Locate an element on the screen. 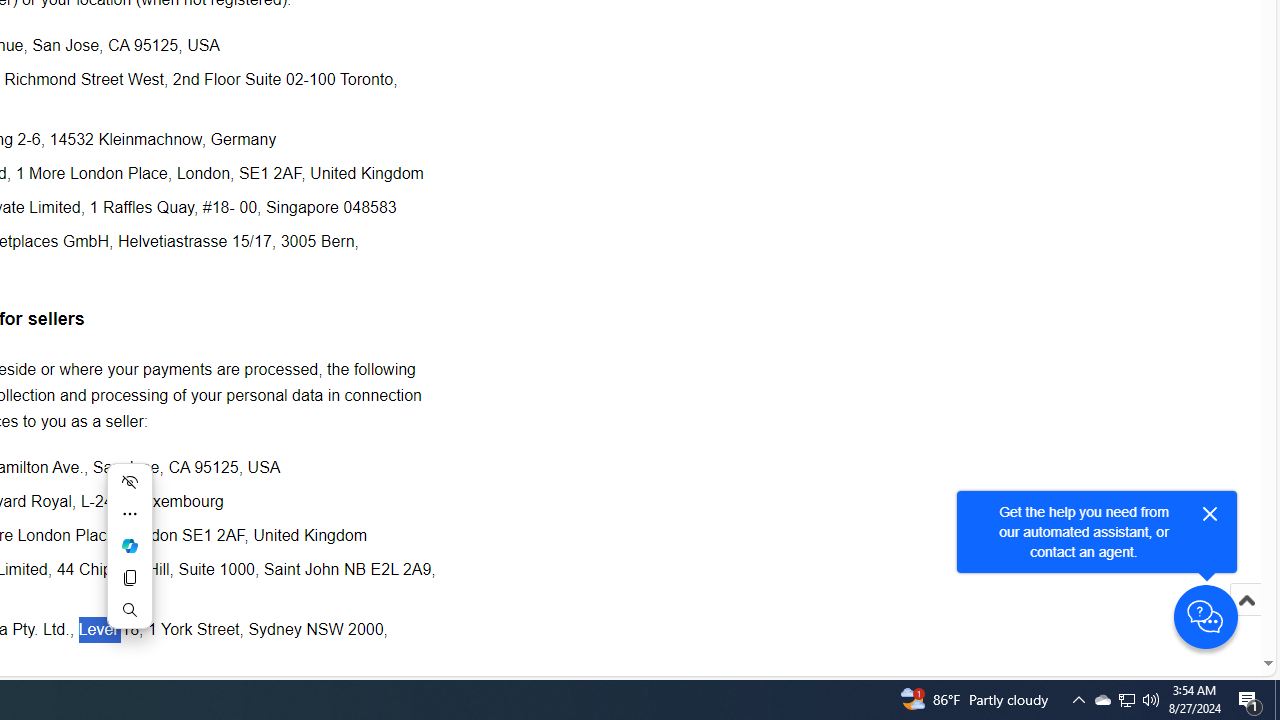  'Scroll to top' is located at coordinates (1245, 598).